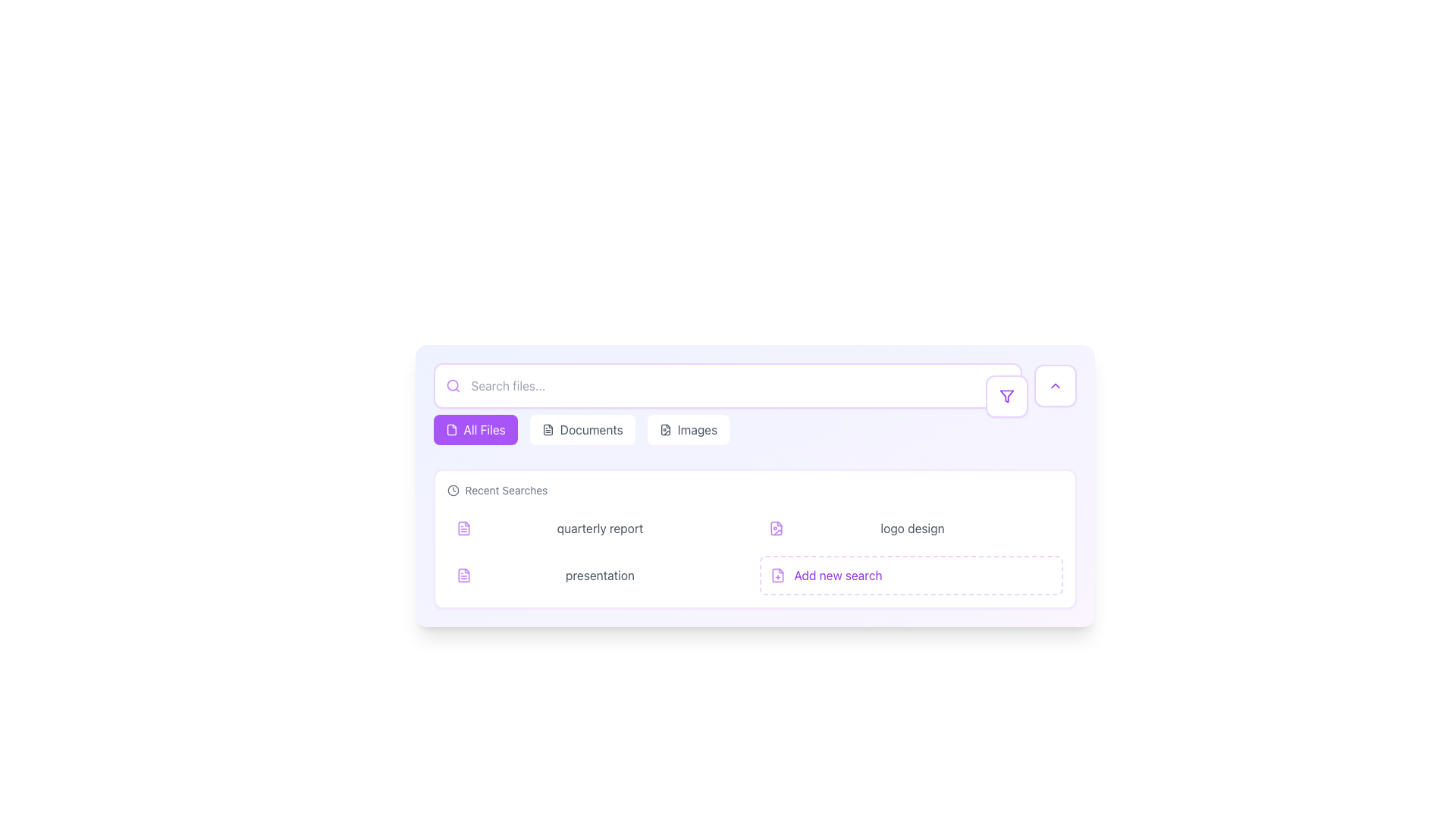 The image size is (1456, 819). What do you see at coordinates (598, 528) in the screenshot?
I see `the text label 'quarterly report' in the 'Recent Searches' section` at bounding box center [598, 528].